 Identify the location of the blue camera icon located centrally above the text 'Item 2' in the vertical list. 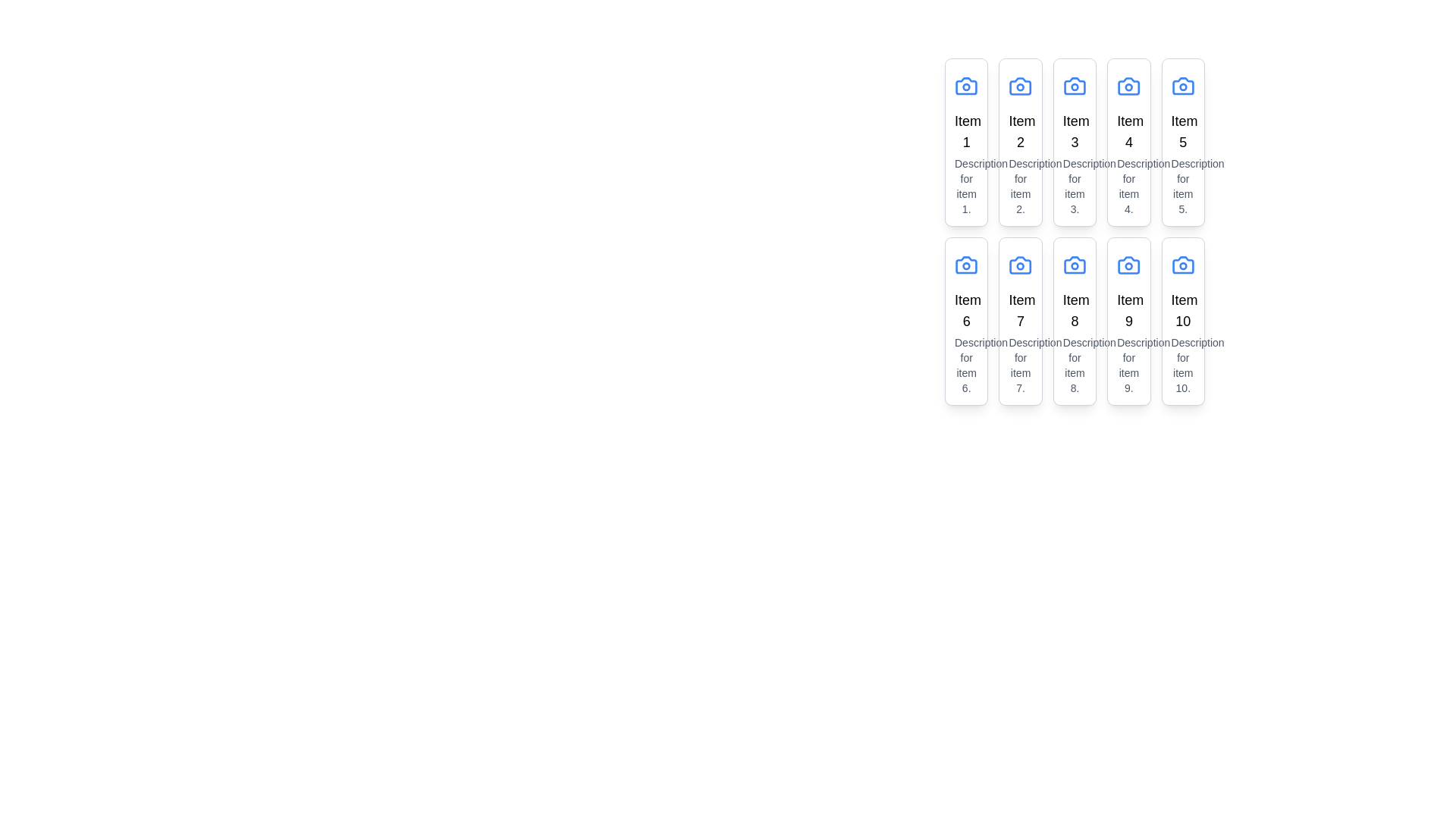
(1021, 86).